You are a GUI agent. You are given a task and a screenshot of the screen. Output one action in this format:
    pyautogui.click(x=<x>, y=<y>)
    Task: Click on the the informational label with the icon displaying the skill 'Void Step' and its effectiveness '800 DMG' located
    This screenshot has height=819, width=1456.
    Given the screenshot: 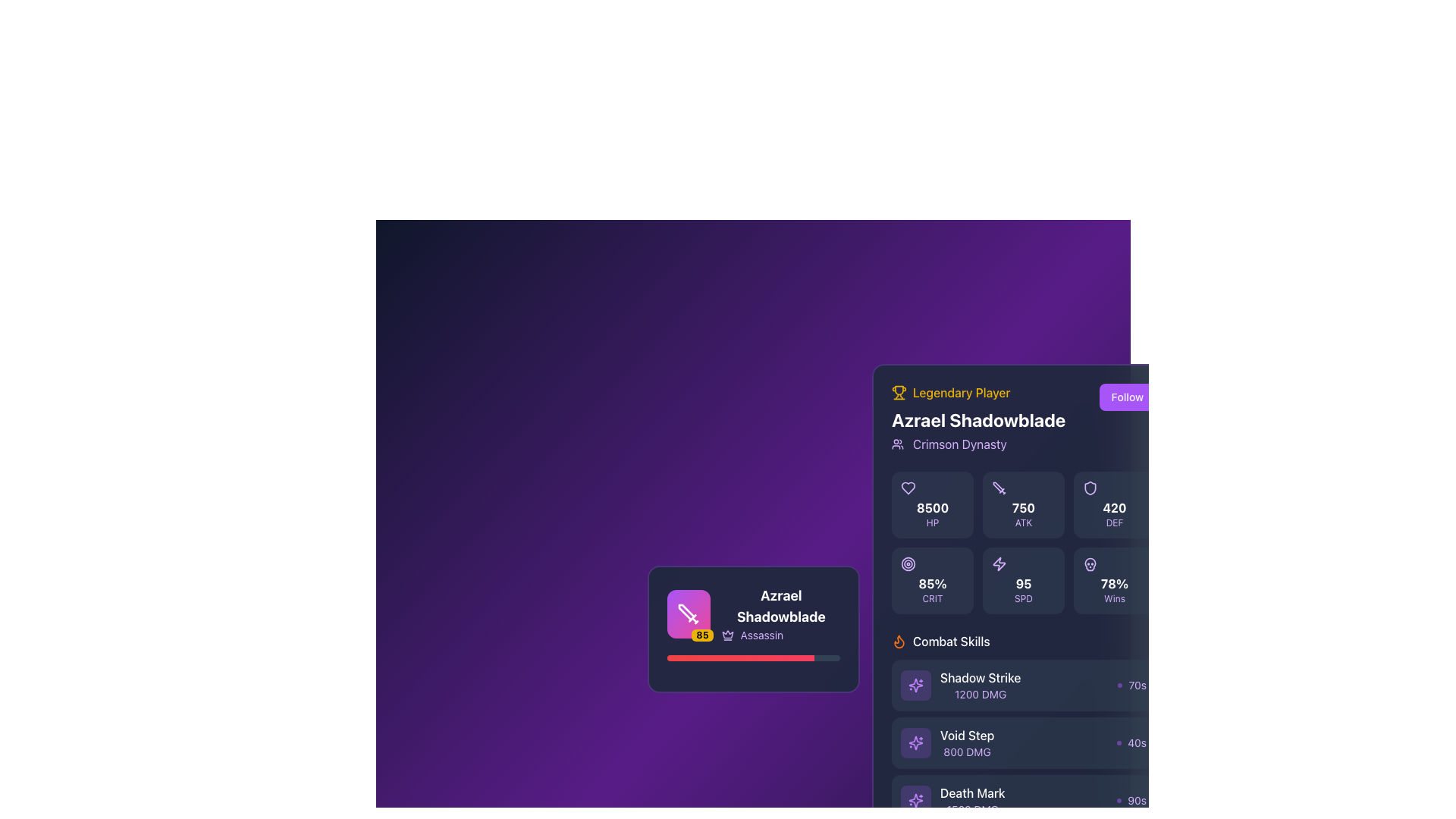 What is the action you would take?
    pyautogui.click(x=946, y=742)
    